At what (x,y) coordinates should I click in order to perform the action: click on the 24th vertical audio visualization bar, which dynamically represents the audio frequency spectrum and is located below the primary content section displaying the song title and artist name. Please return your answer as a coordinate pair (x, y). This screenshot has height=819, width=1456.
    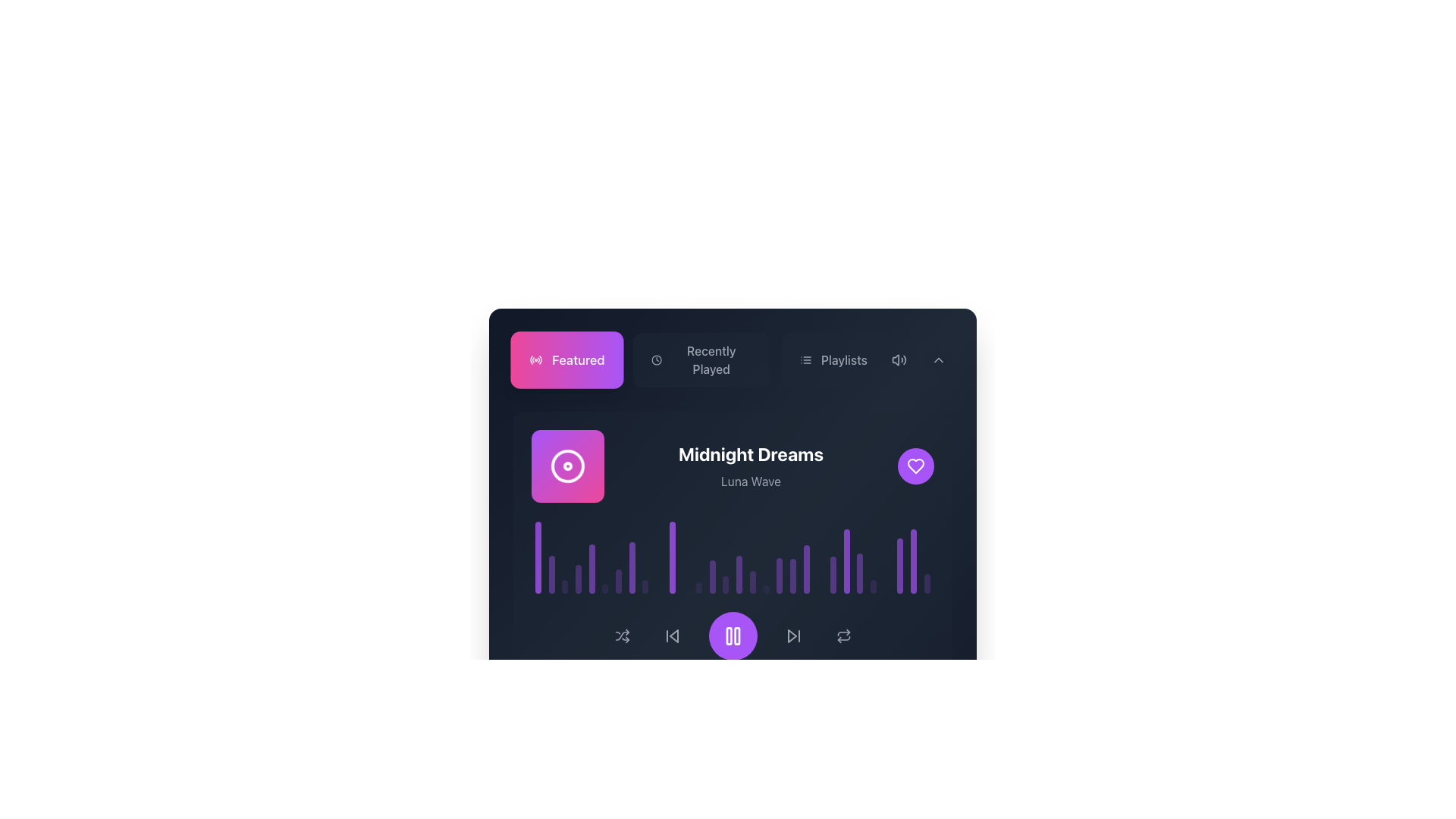
    Looking at the image, I should click on (860, 573).